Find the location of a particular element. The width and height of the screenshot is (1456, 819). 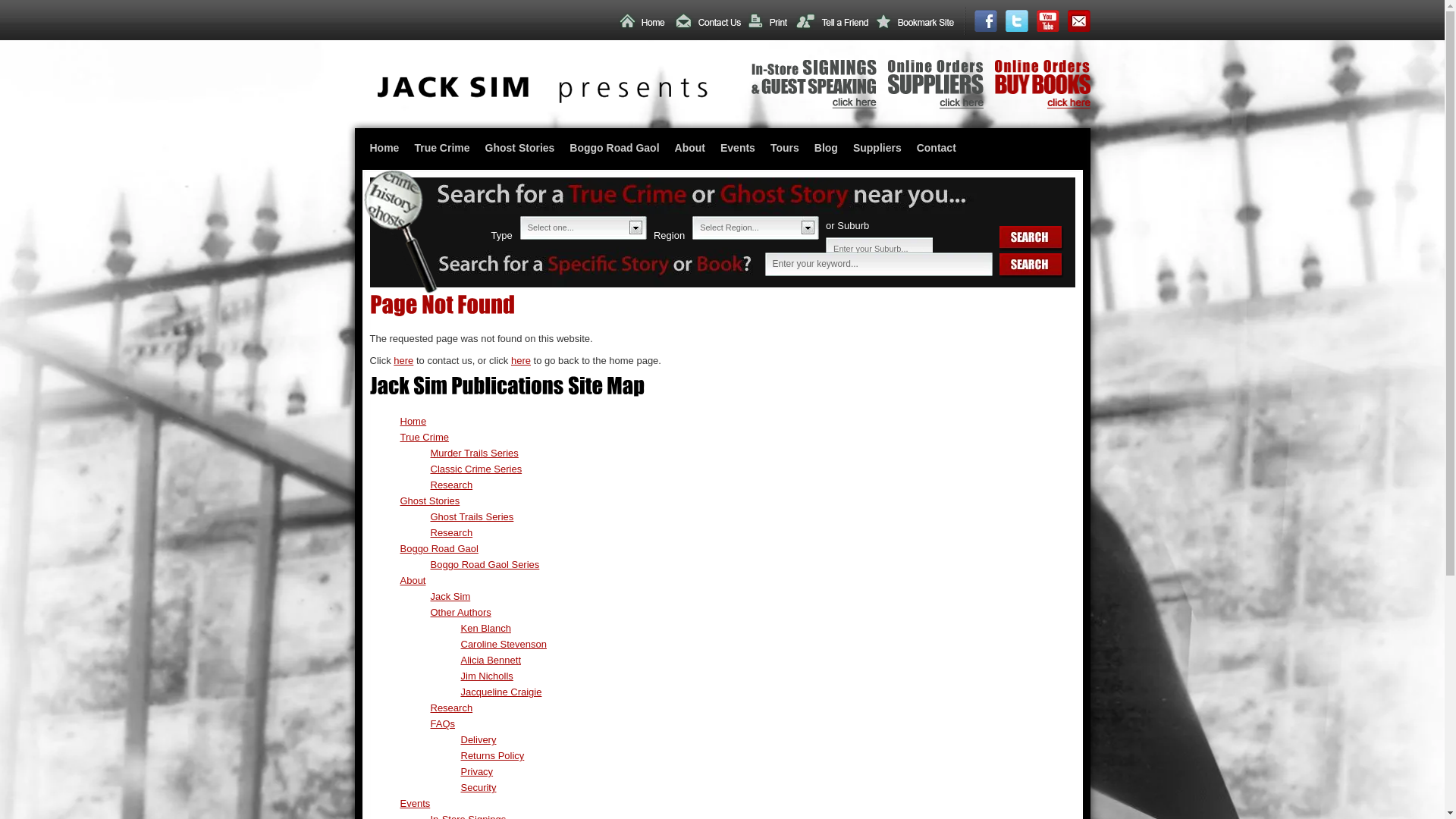

'Research' is located at coordinates (450, 708).